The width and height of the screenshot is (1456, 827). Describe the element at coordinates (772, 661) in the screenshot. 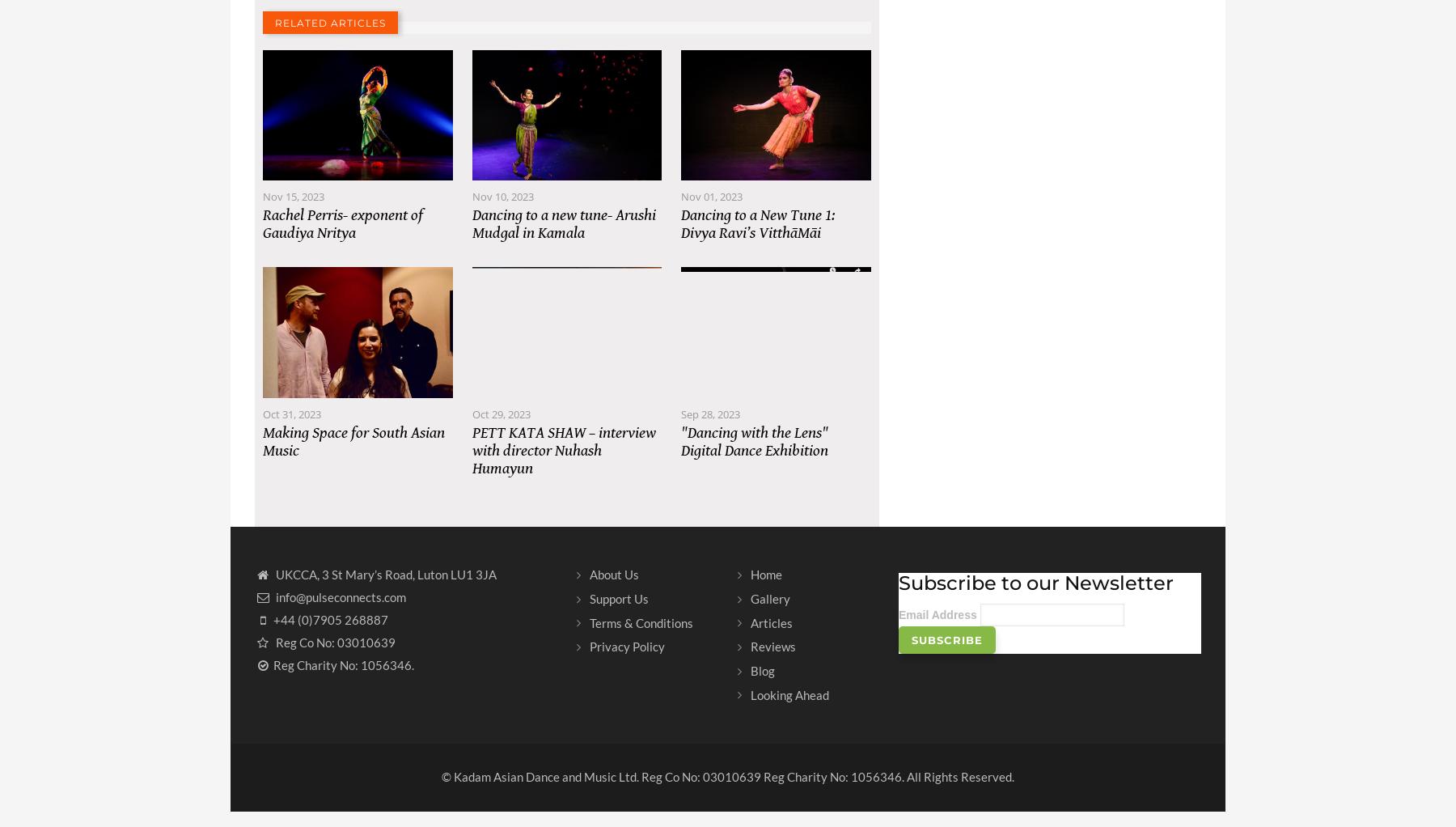

I see `'Reviews'` at that location.